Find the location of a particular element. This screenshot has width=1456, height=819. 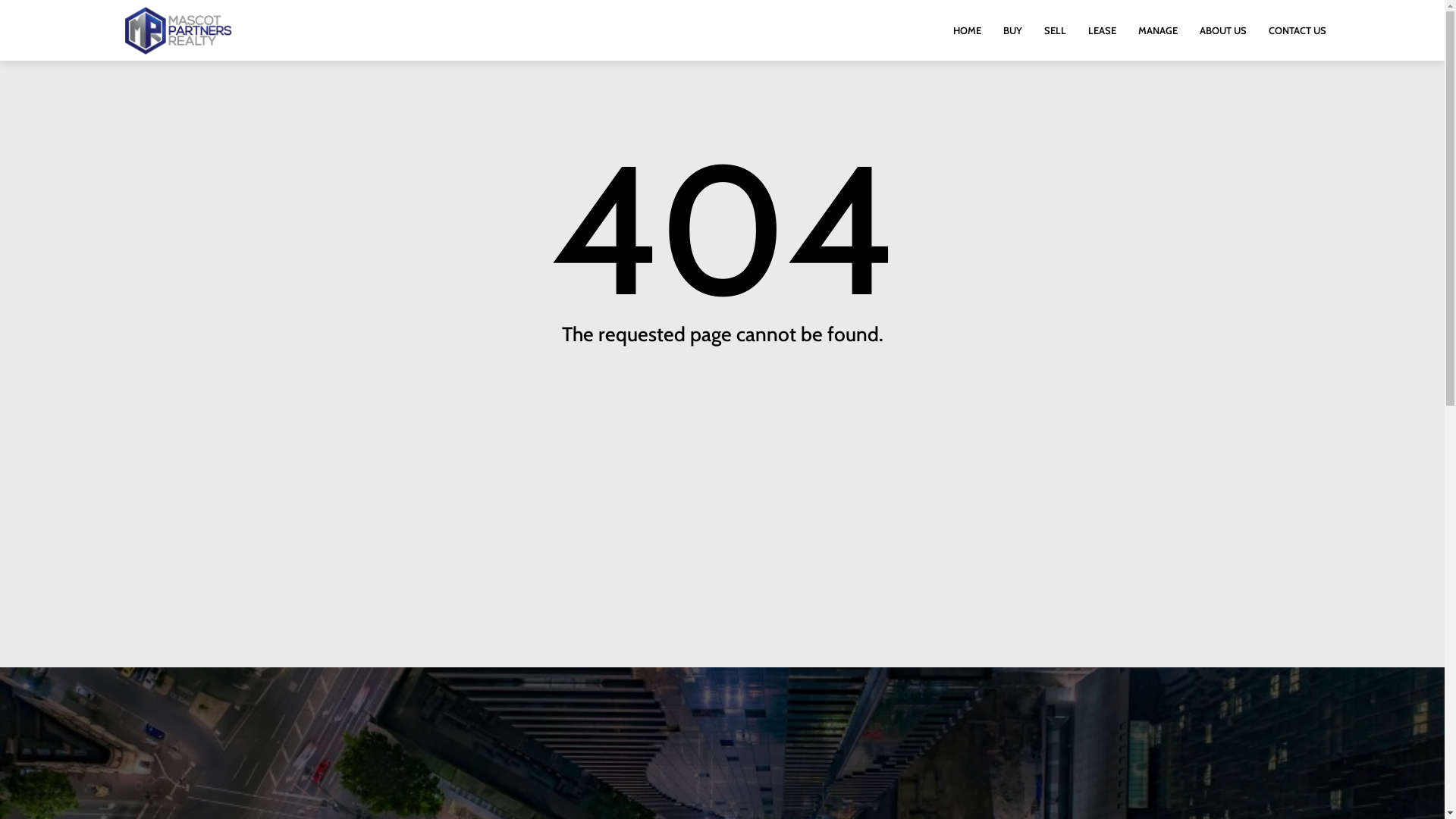

'LEASE' is located at coordinates (1102, 30).